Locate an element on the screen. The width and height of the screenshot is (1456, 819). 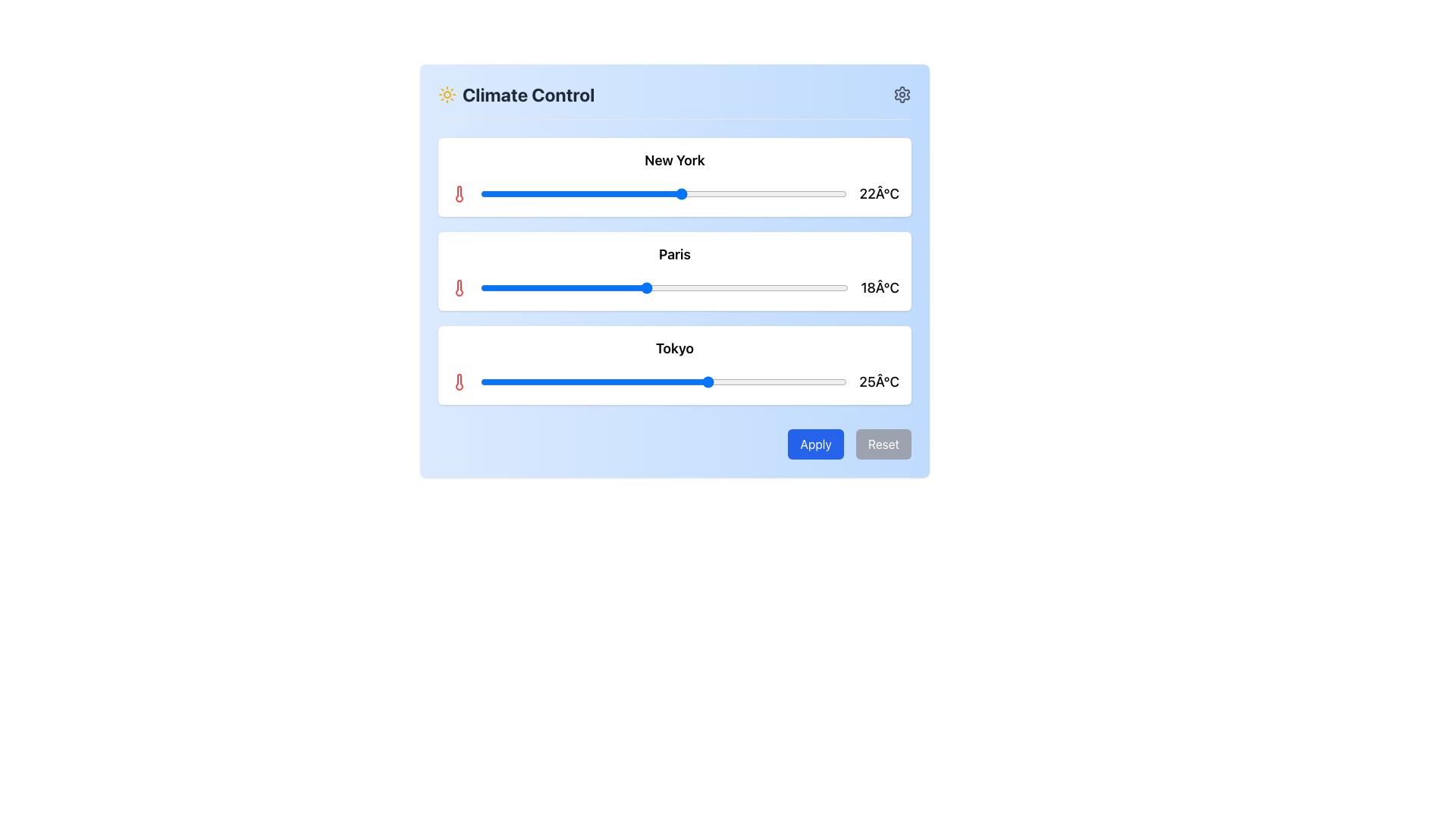
displayed temperature setting from the Interactive temperature range card for the city 'Paris', which is the second card in a vertical alignment of climate control sections is located at coordinates (673, 271).